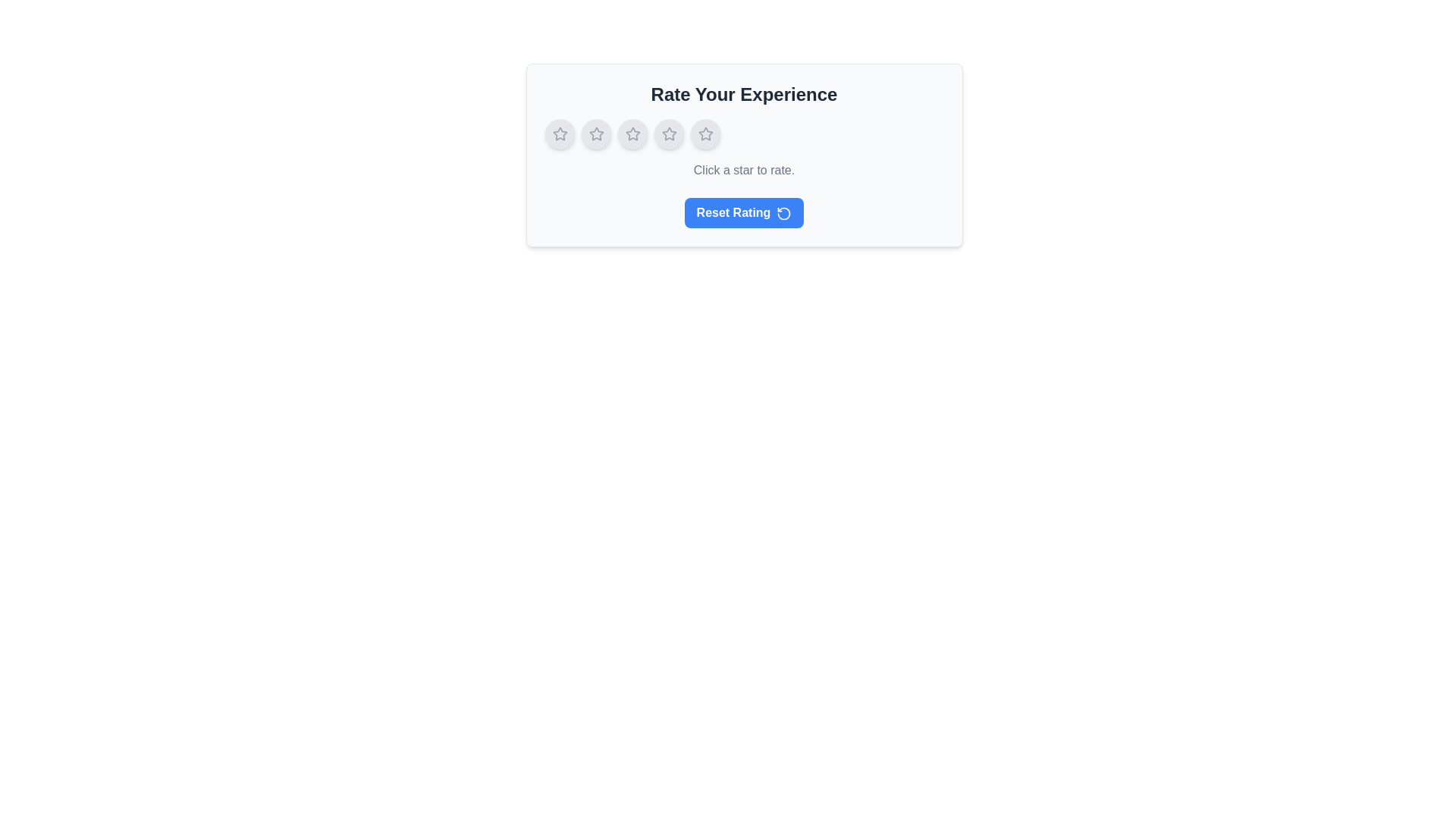  Describe the element at coordinates (595, 133) in the screenshot. I see `the star icon within the circular button` at that location.